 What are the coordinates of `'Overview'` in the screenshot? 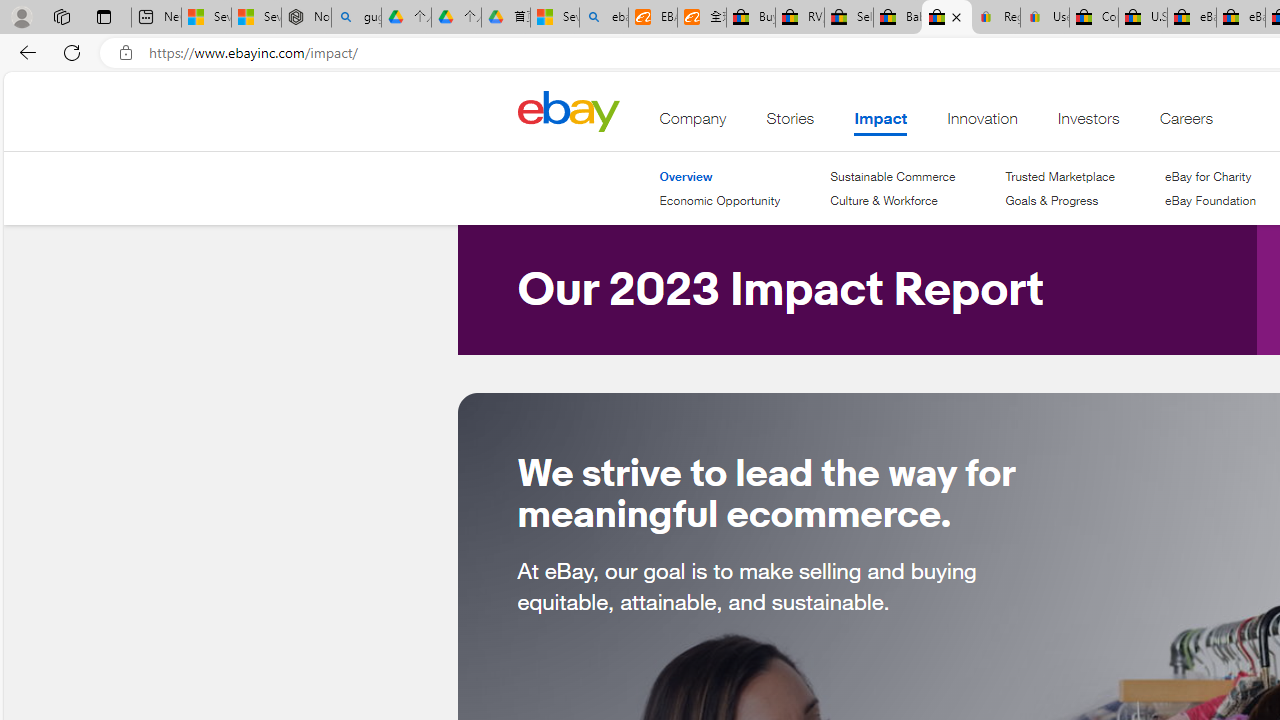 It's located at (720, 176).